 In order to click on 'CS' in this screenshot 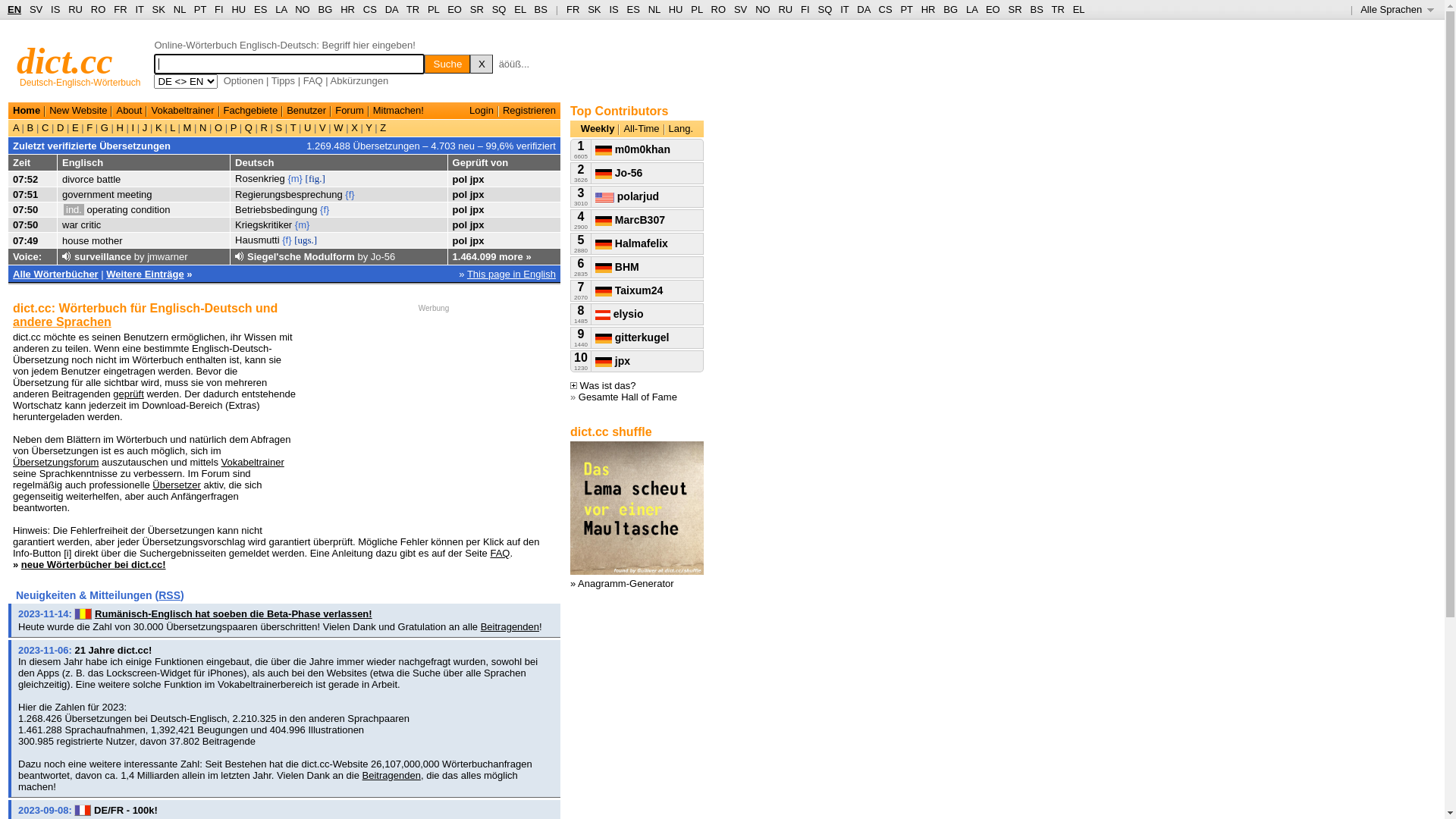, I will do `click(370, 9)`.